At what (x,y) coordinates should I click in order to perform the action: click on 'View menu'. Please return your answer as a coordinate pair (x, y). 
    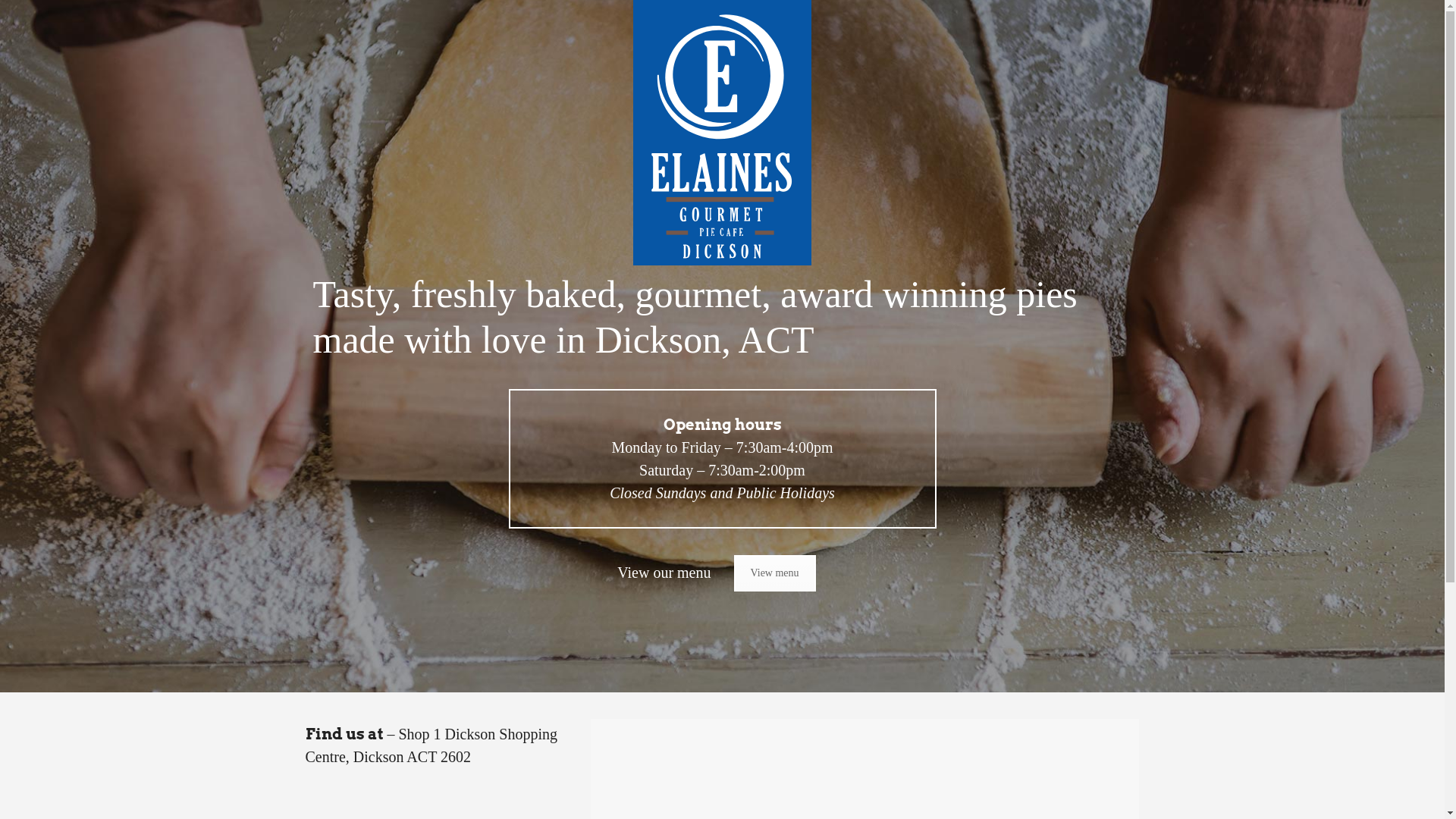
    Looking at the image, I should click on (734, 573).